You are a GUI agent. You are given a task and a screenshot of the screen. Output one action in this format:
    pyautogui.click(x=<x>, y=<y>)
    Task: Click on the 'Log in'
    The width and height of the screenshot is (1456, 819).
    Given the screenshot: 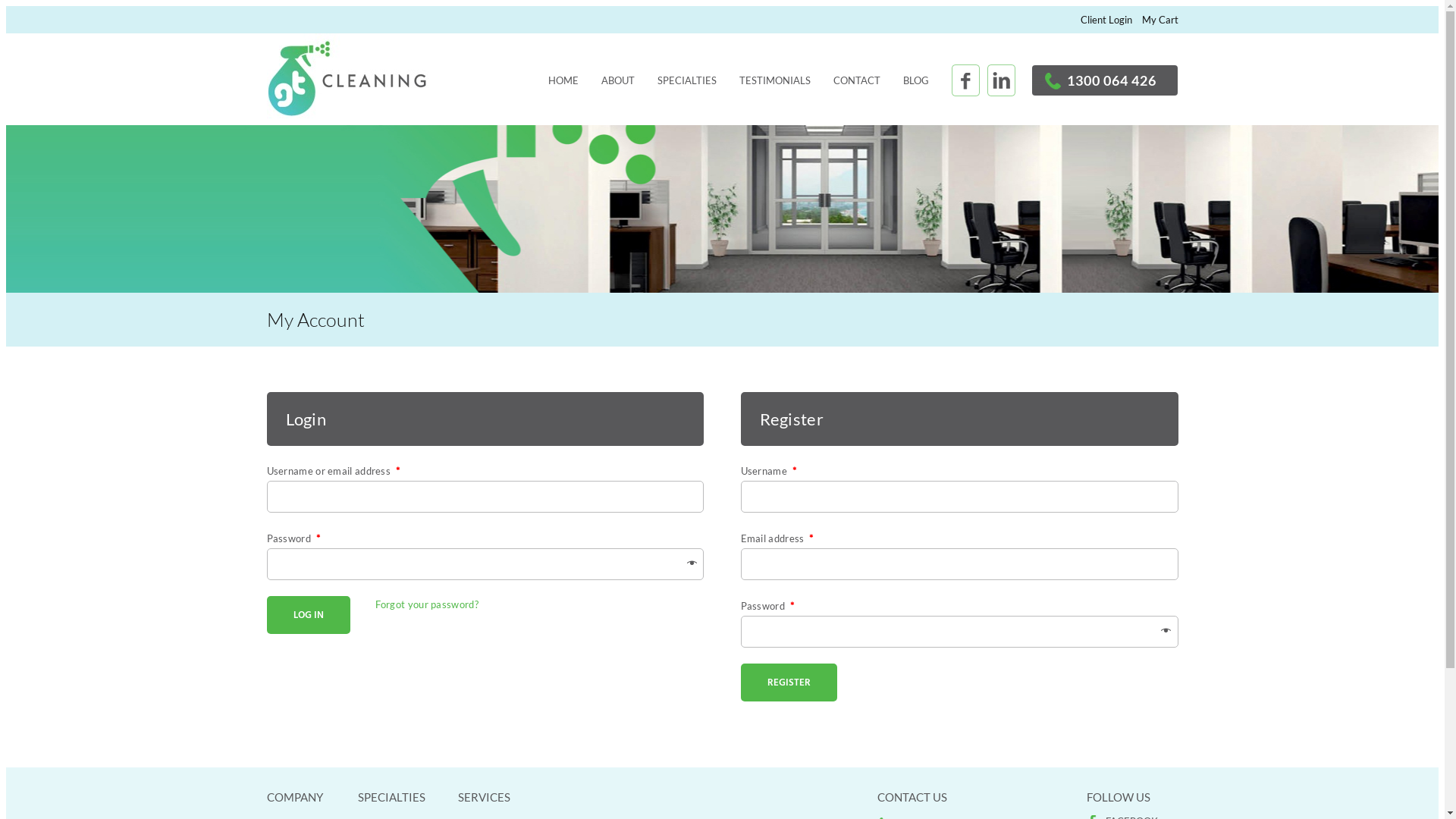 What is the action you would take?
    pyautogui.click(x=266, y=614)
    